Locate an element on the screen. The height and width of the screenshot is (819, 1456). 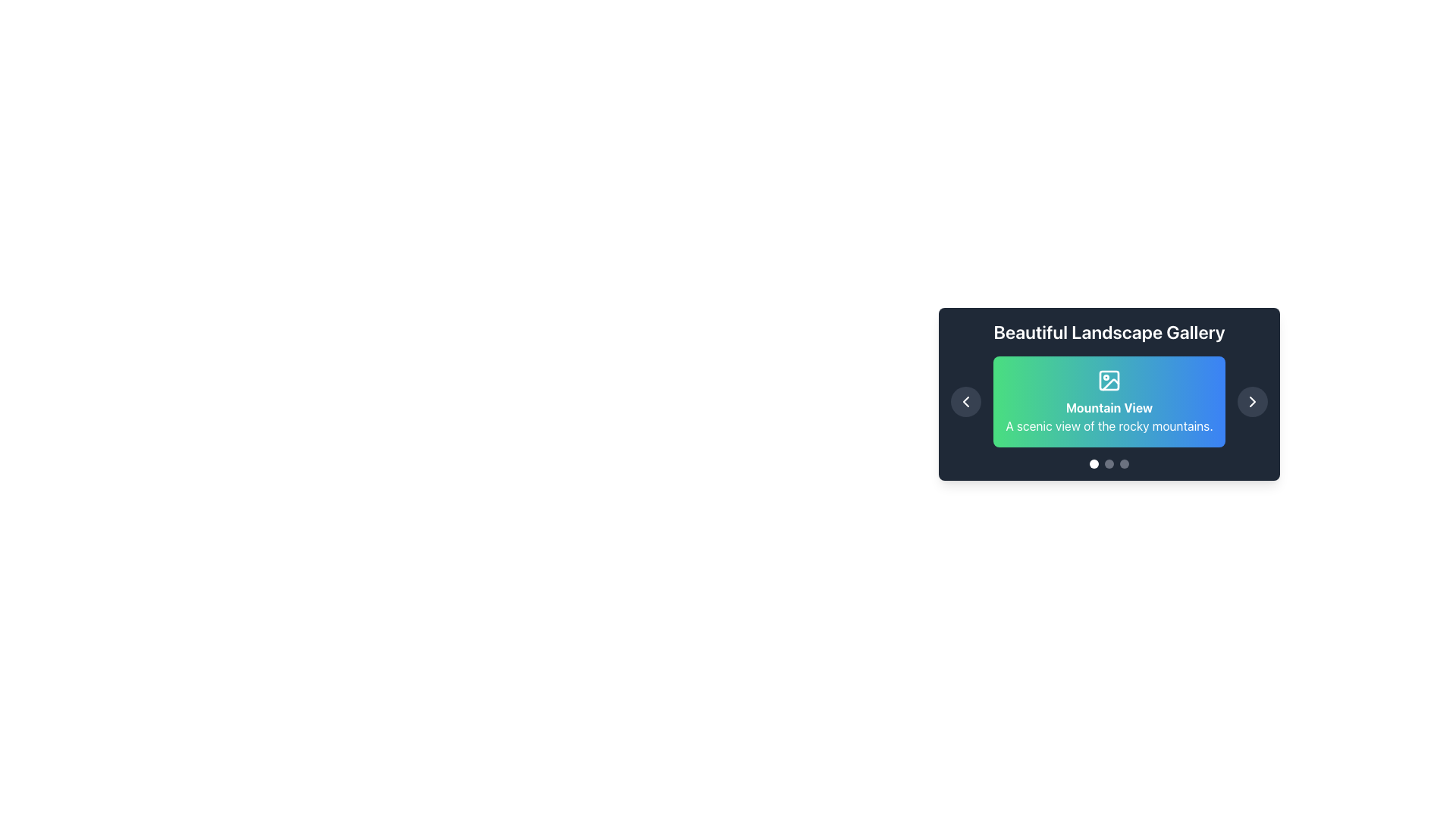
the second circular button with a gray background located at the bottom-center of the 'Beautiful Landscape Gallery' card is located at coordinates (1109, 463).